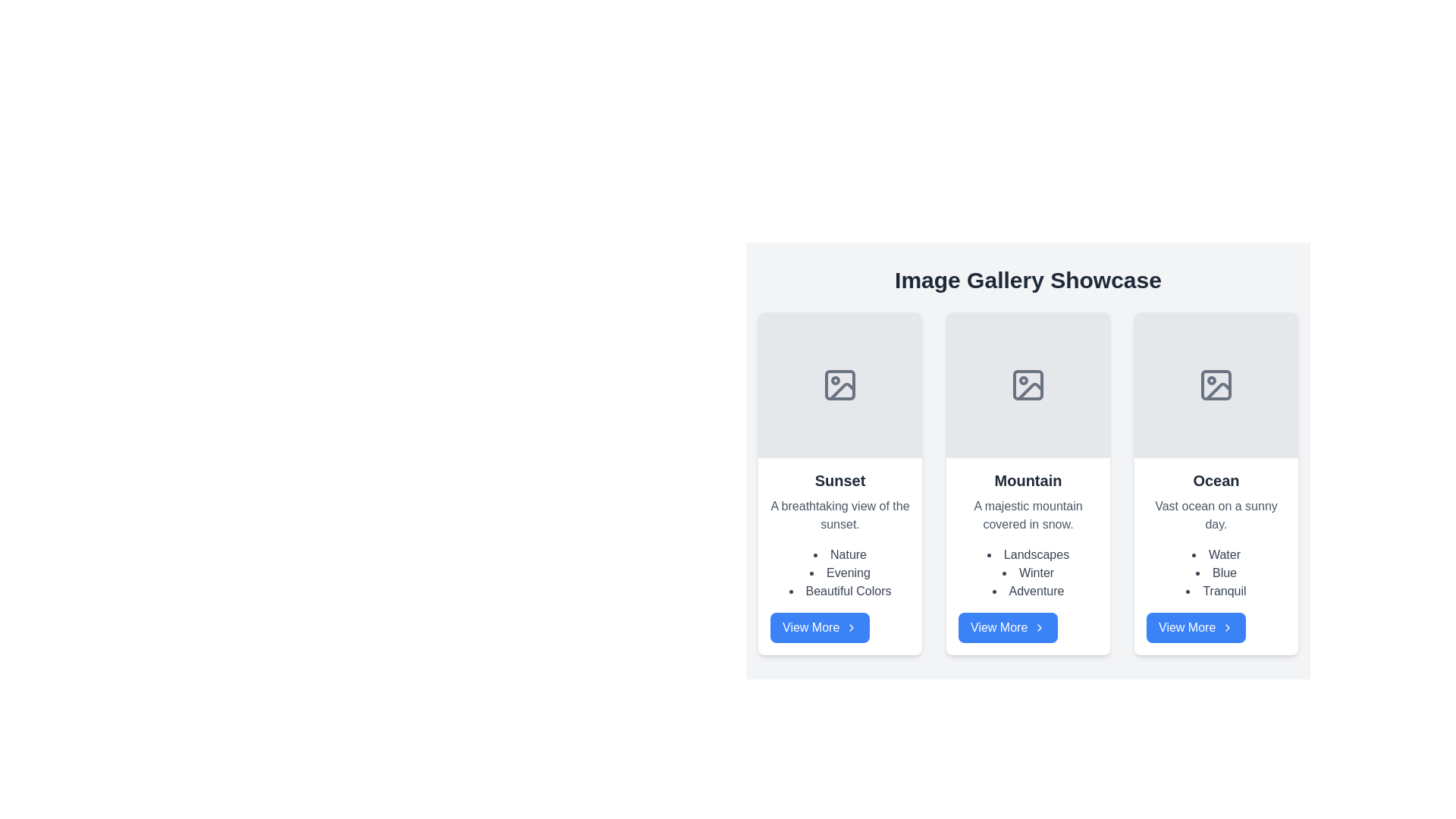  I want to click on the descriptive Text block that provides information about the ocean scene, located below the title 'Ocean' and above the list starting with 'Water', so click(1216, 514).